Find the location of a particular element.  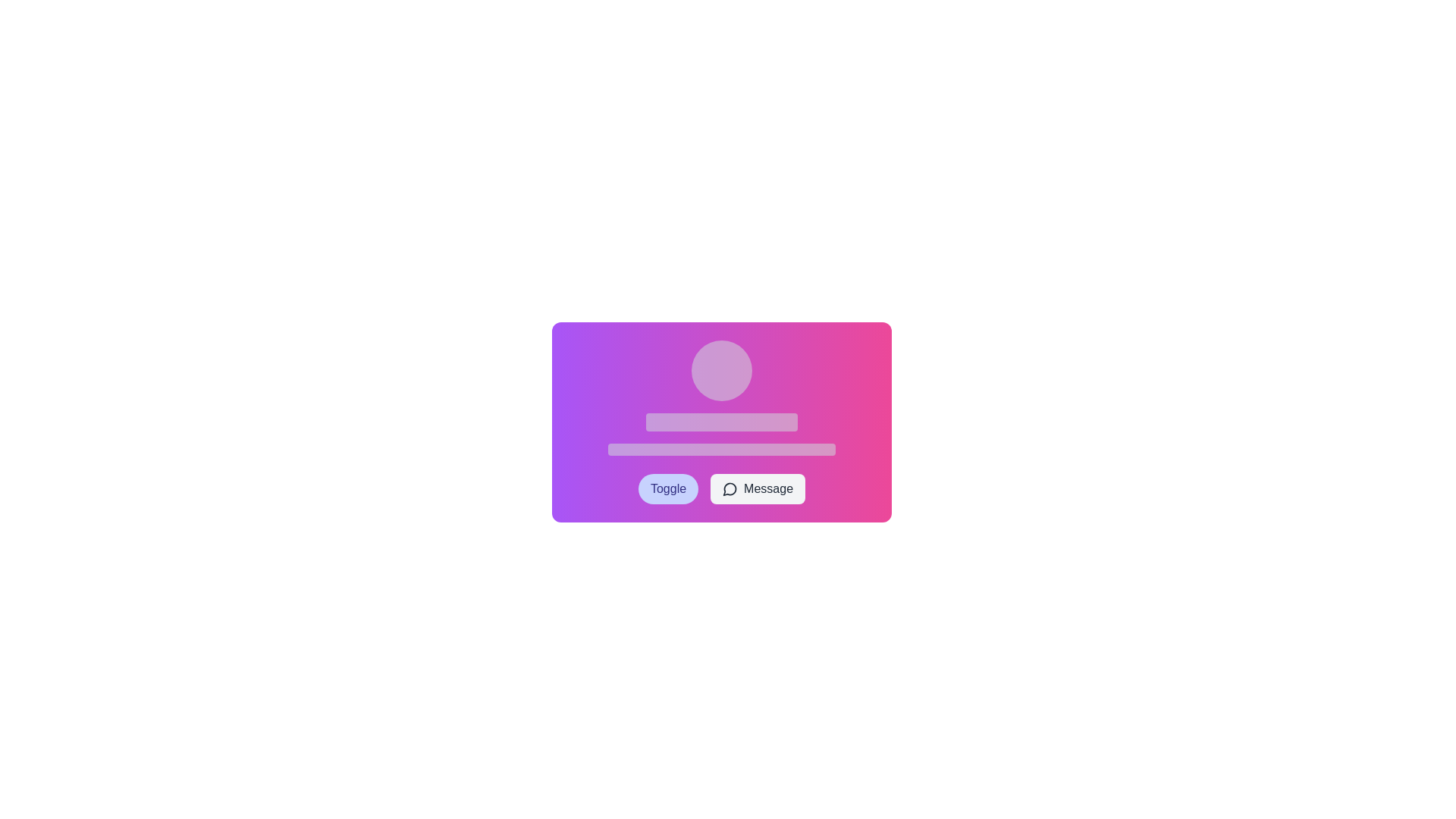

the speech bubble icon, which is a small, stylized SVG vector graphic with a circular outline and a tapering tail, located within a card-like component in the lower section of the interface is located at coordinates (730, 489).